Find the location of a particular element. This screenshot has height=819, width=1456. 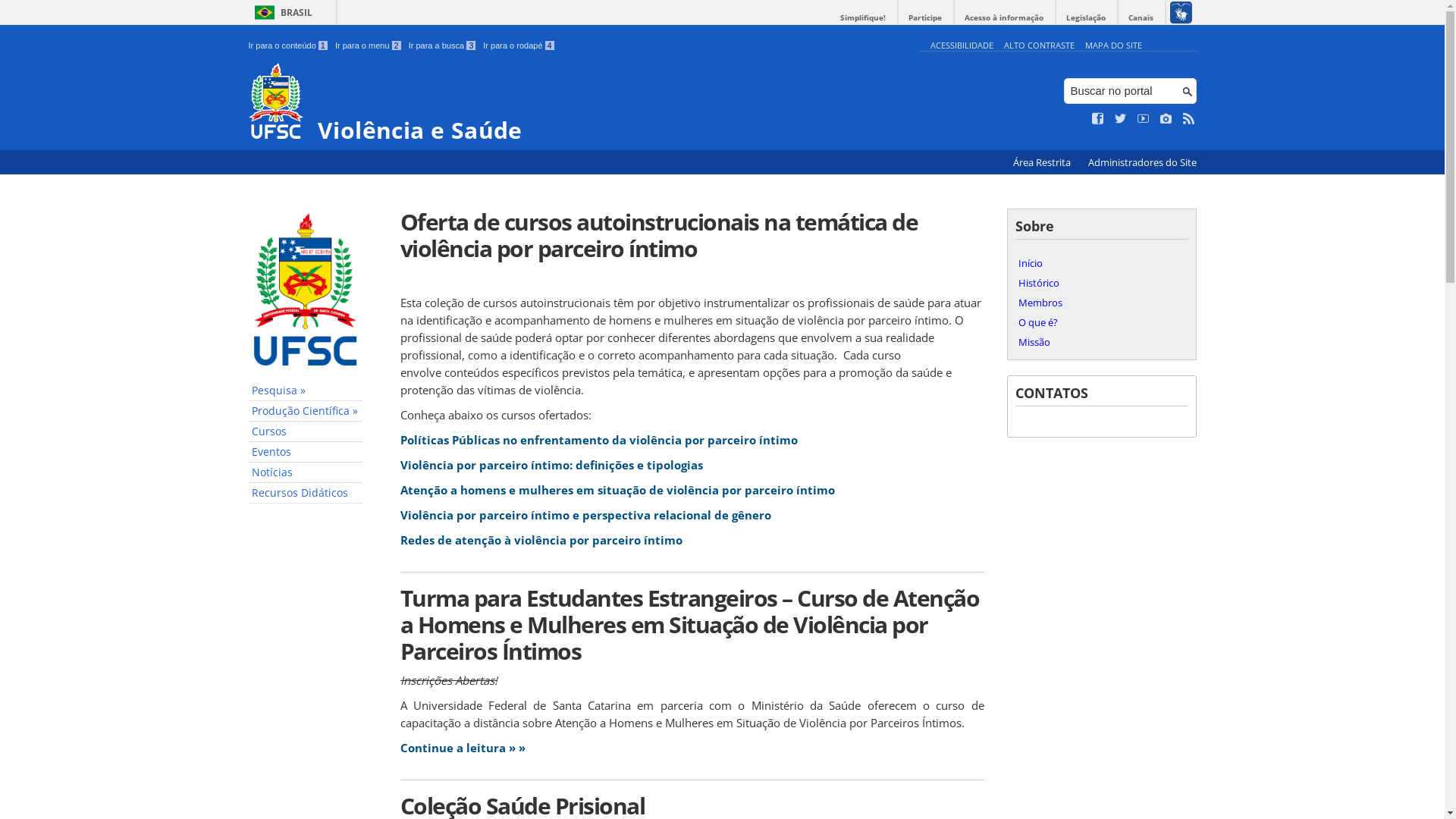

'Canais' is located at coordinates (1117, 17).